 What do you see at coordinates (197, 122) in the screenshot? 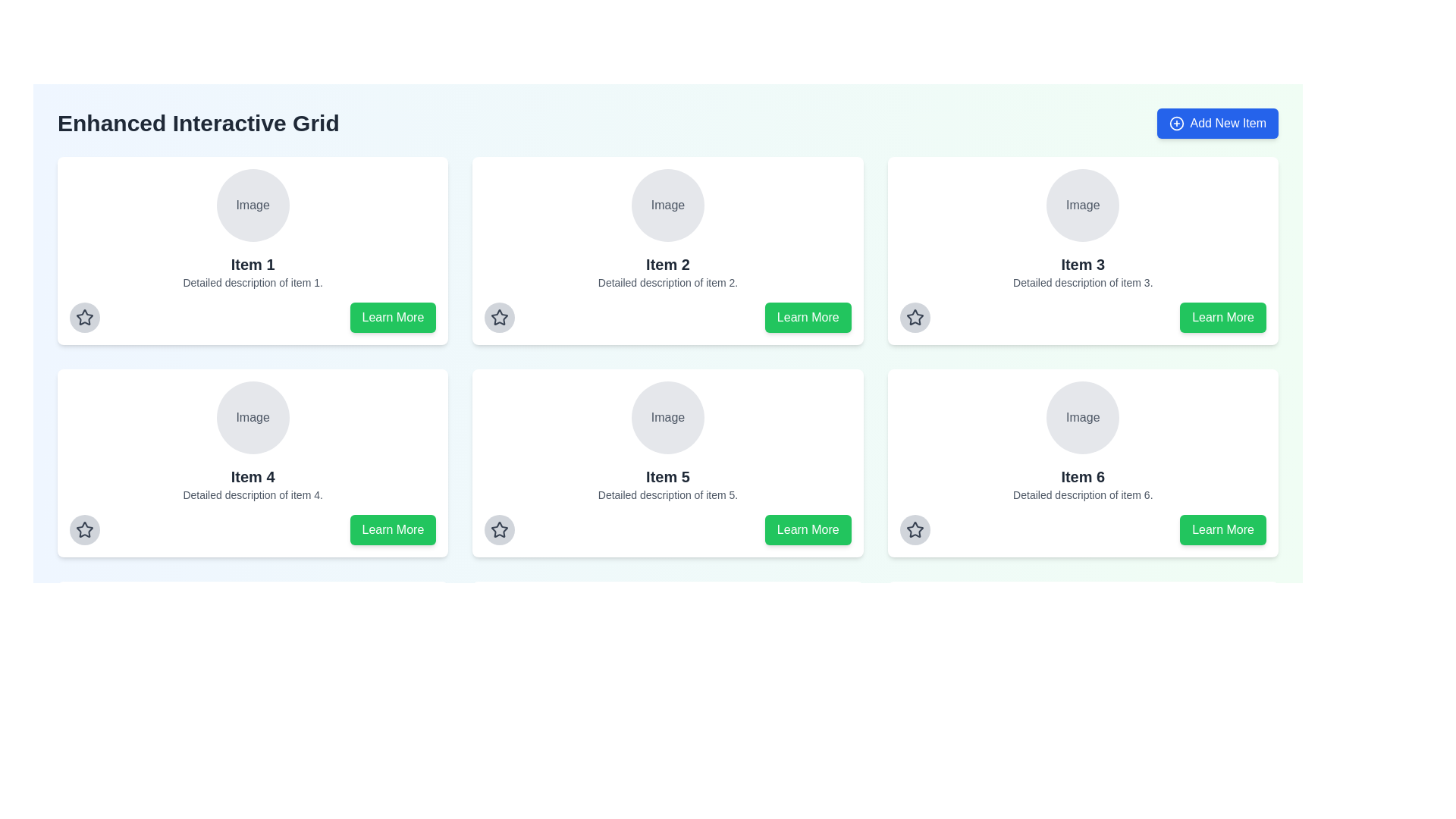
I see `the text label that reads 'Enhanced Interactive Grid', which is styled in bold and large dark gray font, located prominently at the top-left corner of the layout` at bounding box center [197, 122].